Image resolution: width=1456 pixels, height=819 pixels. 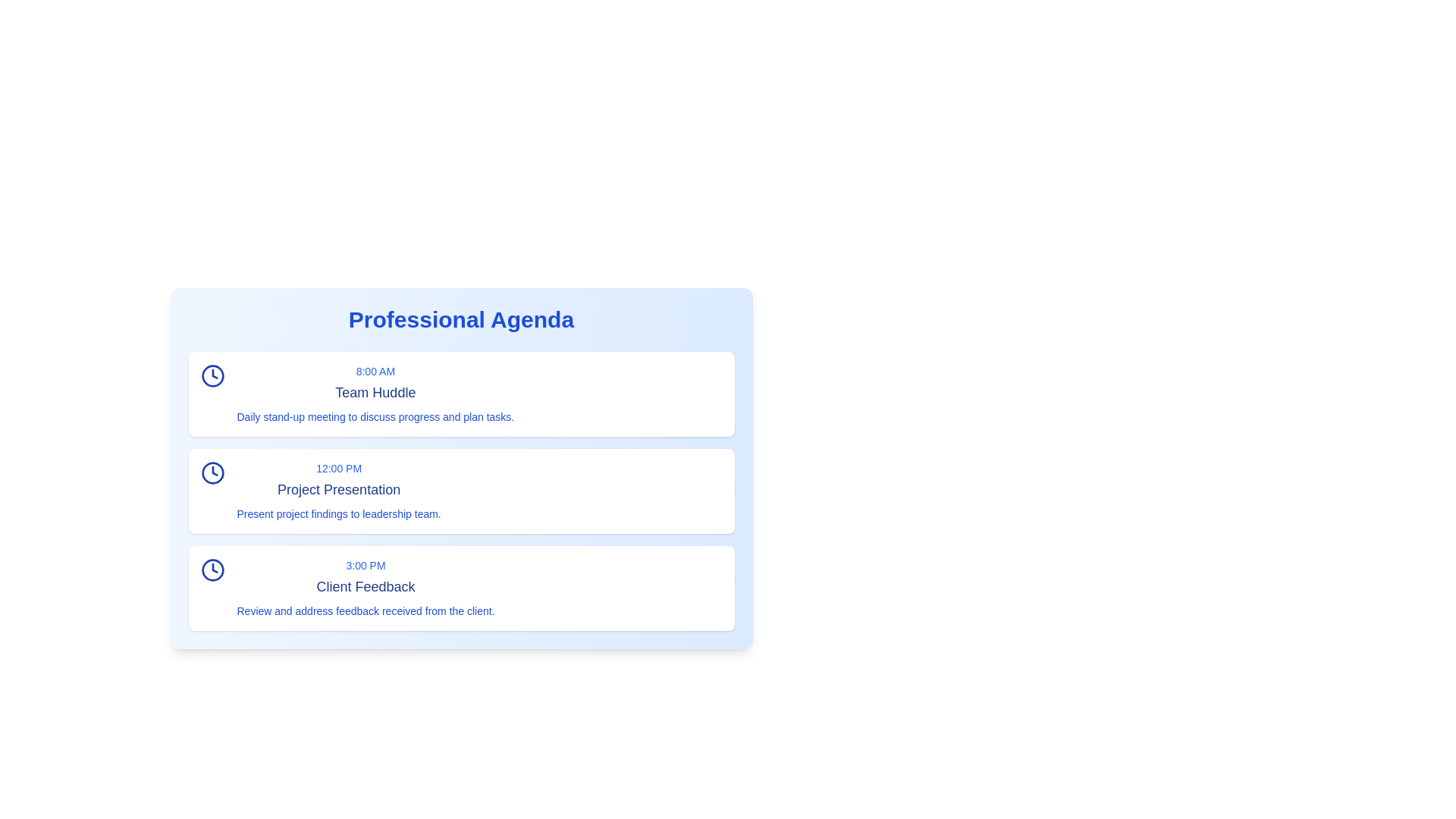 I want to click on the central circular graphical element representing the clock face of the '12:00 PM Project Presentation' agenda entry, so click(x=212, y=472).